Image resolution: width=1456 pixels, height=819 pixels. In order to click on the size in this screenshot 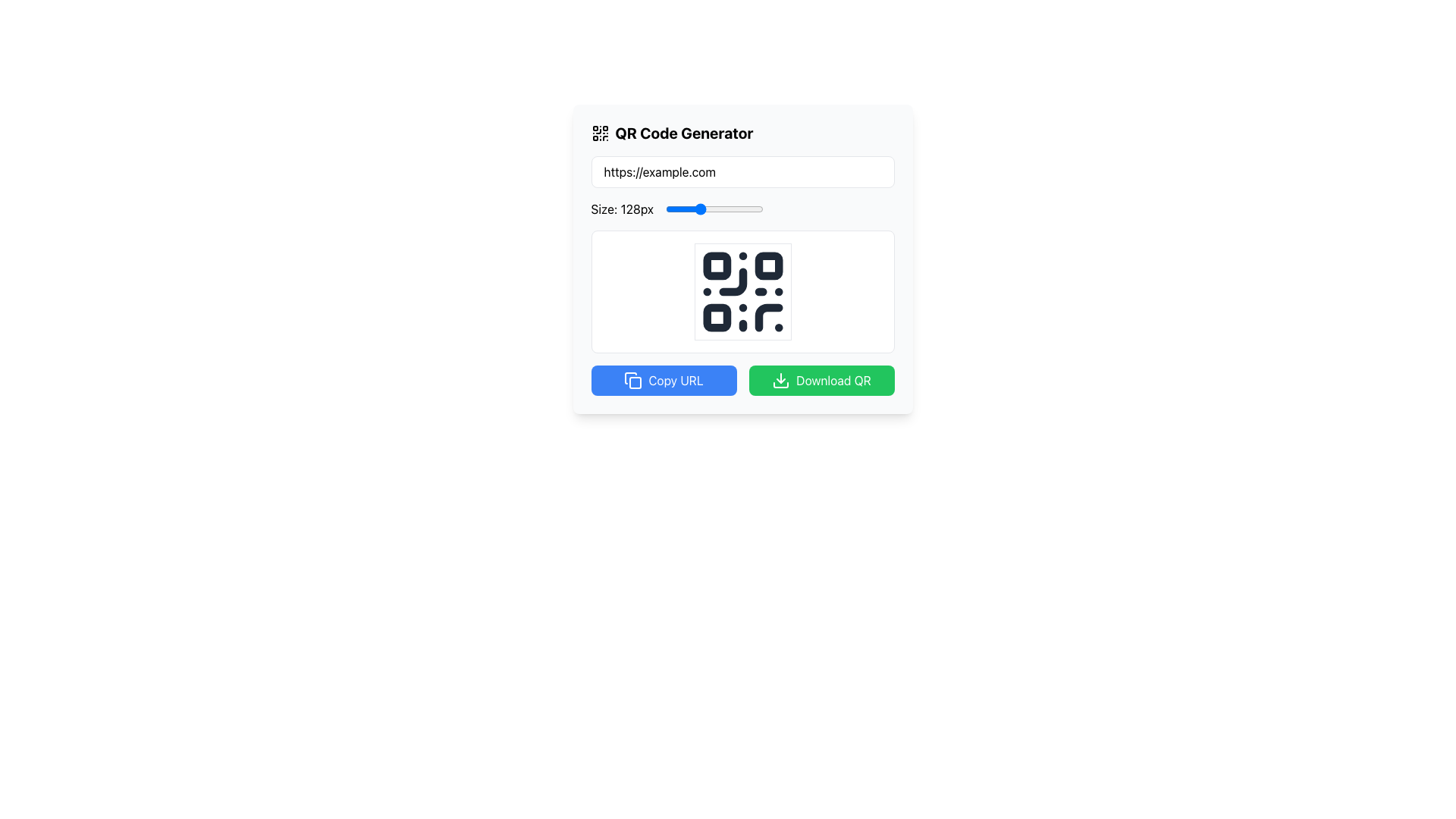, I will do `click(721, 209)`.